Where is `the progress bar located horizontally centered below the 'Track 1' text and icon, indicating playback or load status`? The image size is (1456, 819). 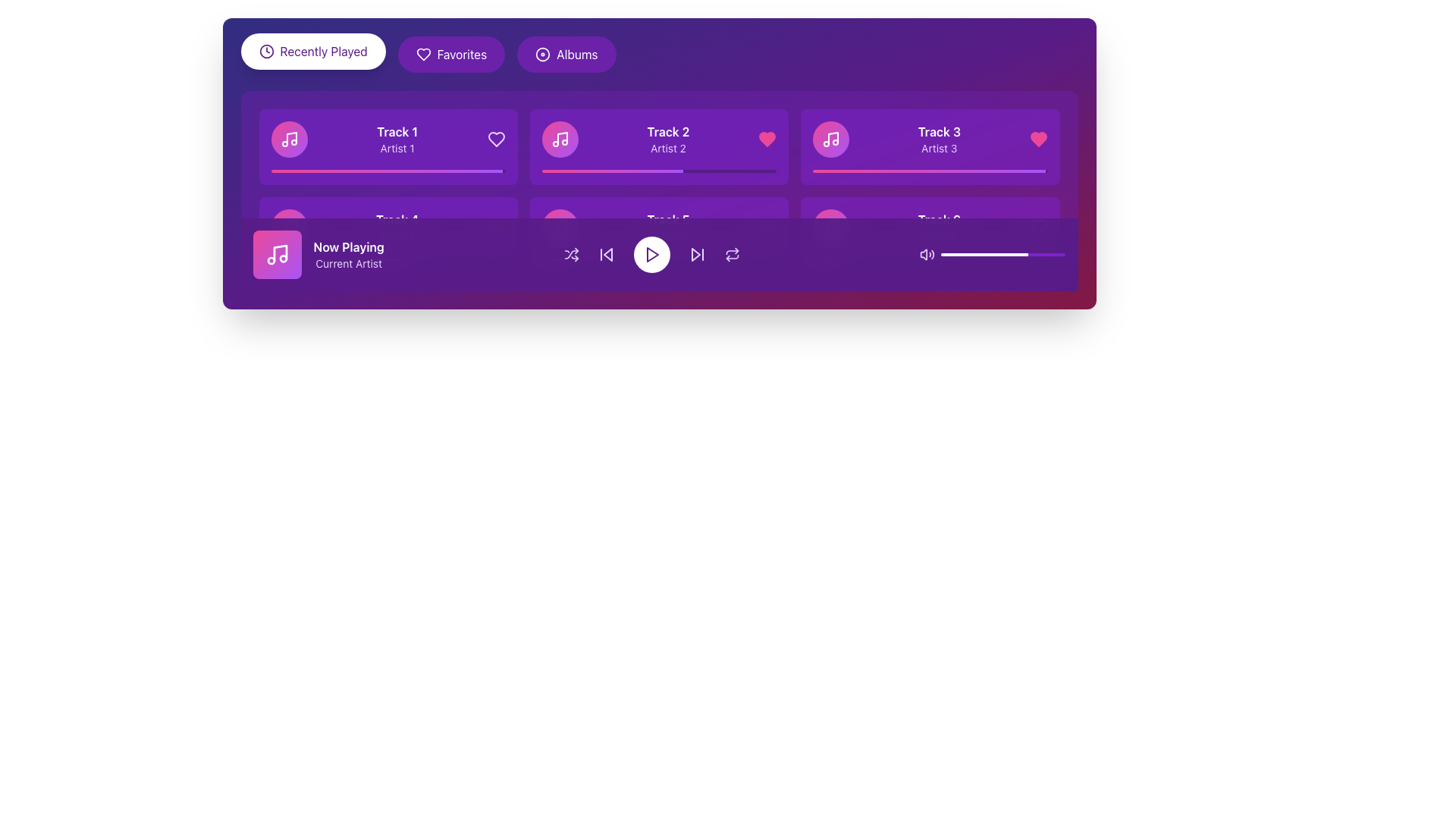 the progress bar located horizontally centered below the 'Track 1' text and icon, indicating playback or load status is located at coordinates (386, 171).